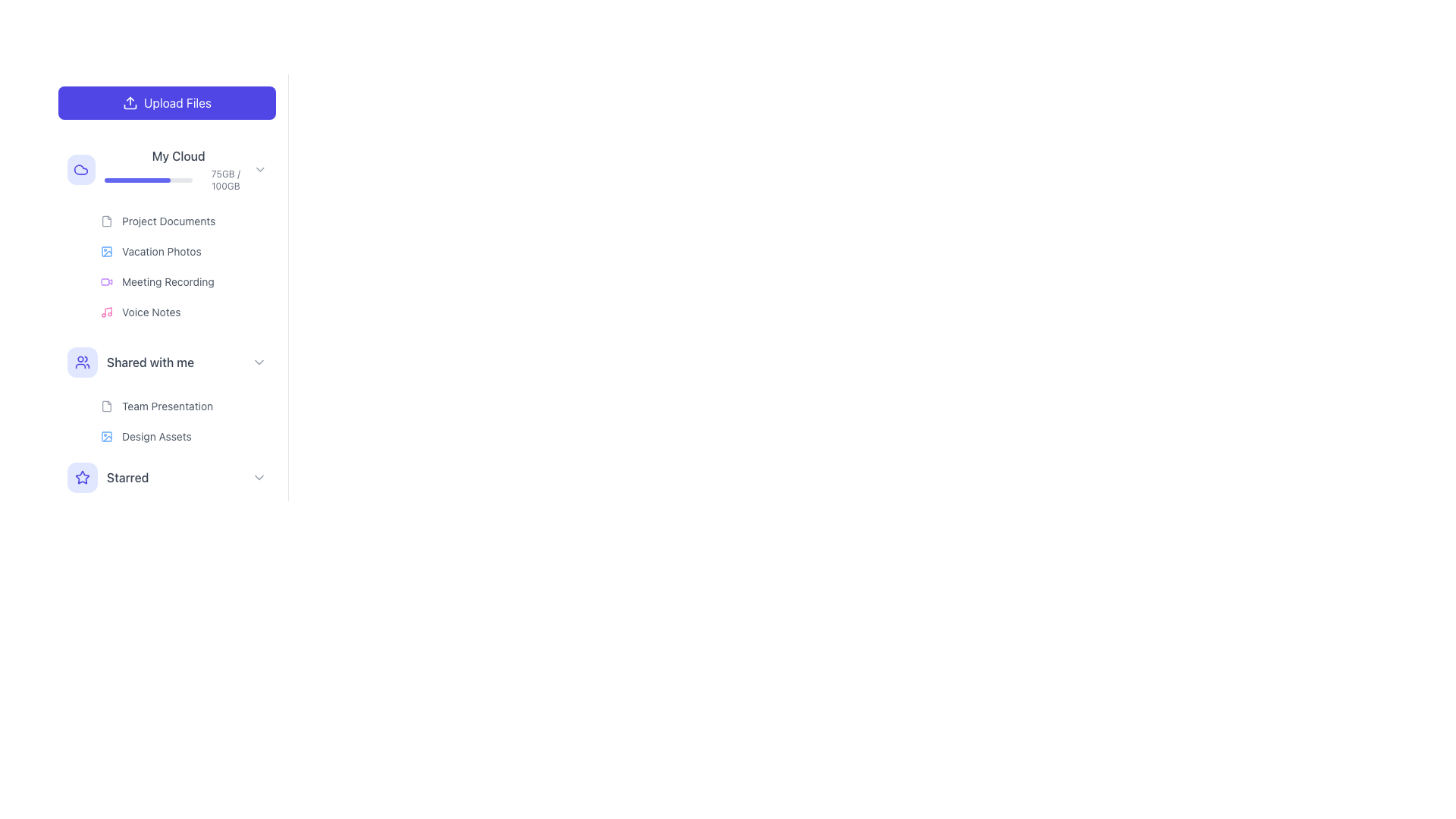 This screenshot has width=1456, height=819. Describe the element at coordinates (184, 406) in the screenshot. I see `the file list item representing the shared file 'Team Presentation' in the 'Shared with me' section for additional details` at that location.